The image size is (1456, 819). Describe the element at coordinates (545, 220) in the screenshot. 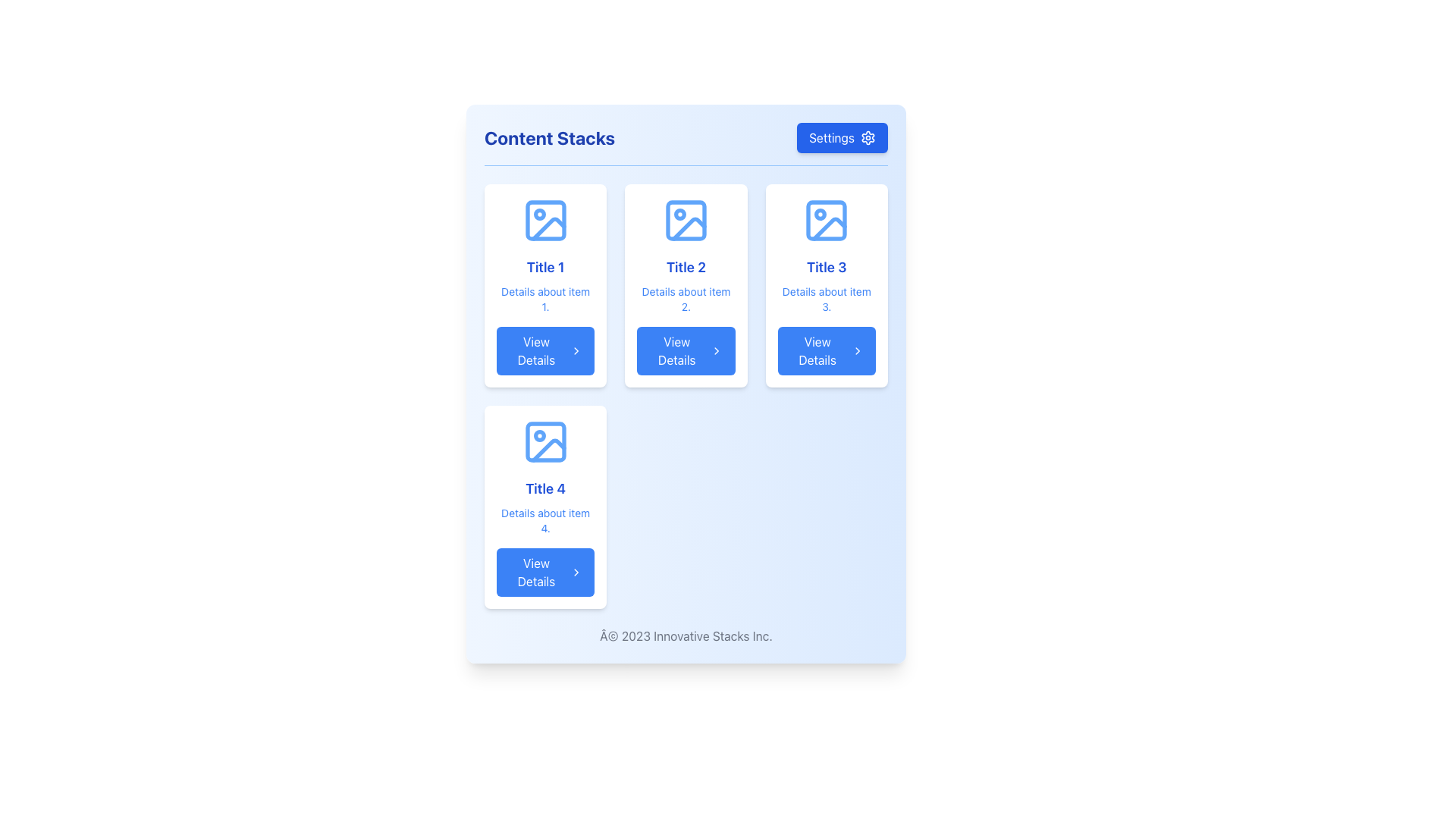

I see `the decorative Image icon representing the content of the card labeled 'Title 1', which is located at the top of the card above the text and the 'View Details' button` at that location.